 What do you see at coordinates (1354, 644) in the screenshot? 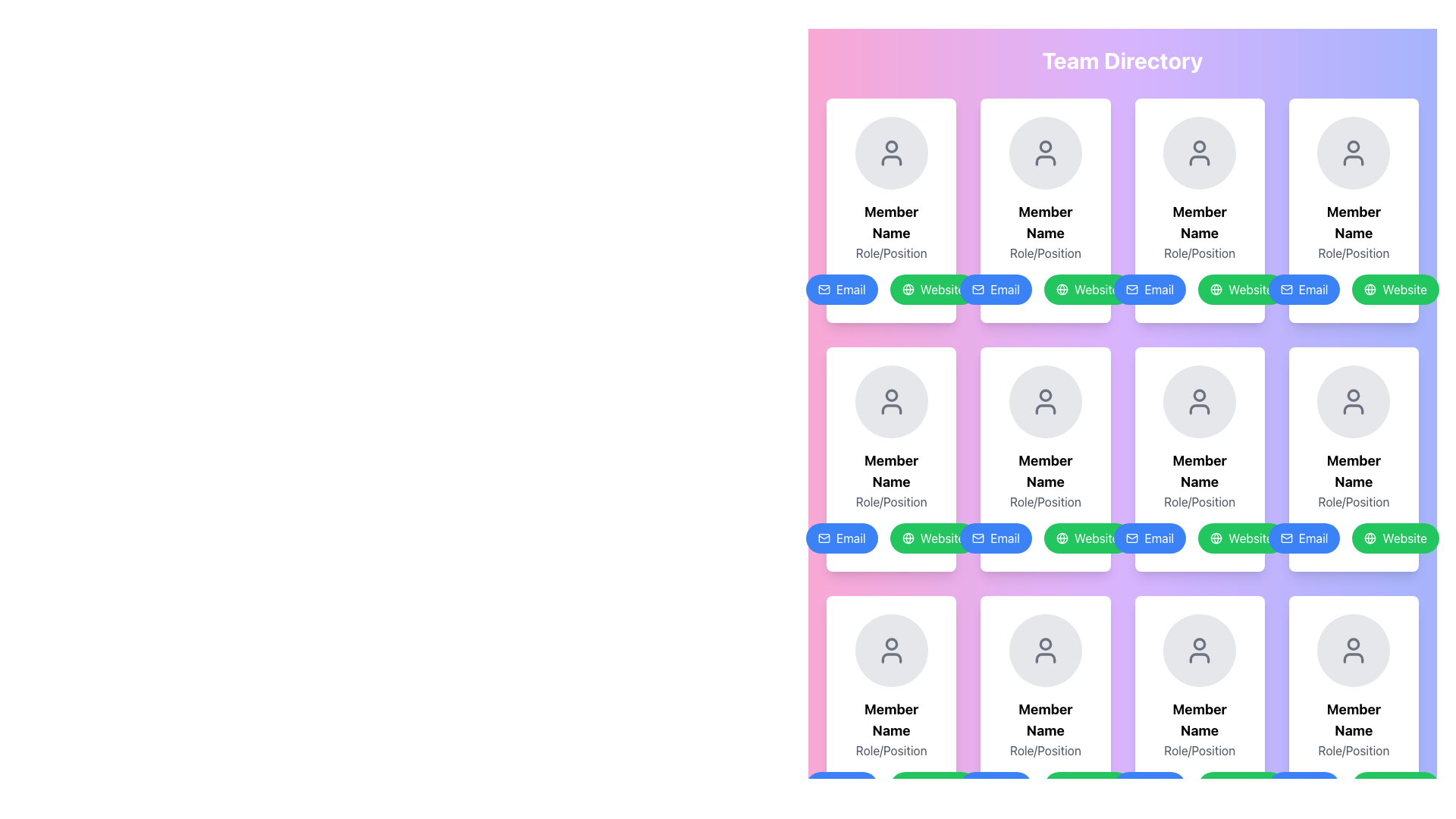
I see `the circular part of the user icon in the last card located at the bottom-right of the layout` at bounding box center [1354, 644].